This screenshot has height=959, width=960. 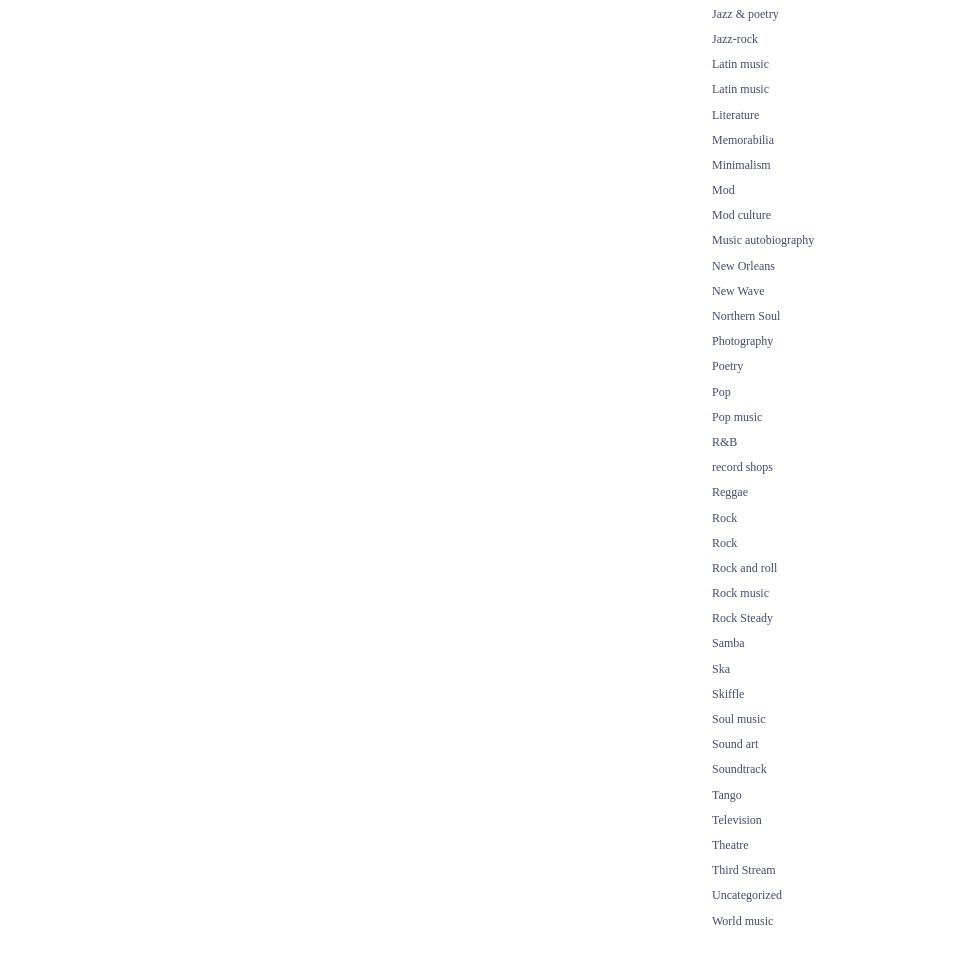 I want to click on 'Literature', so click(x=734, y=114).